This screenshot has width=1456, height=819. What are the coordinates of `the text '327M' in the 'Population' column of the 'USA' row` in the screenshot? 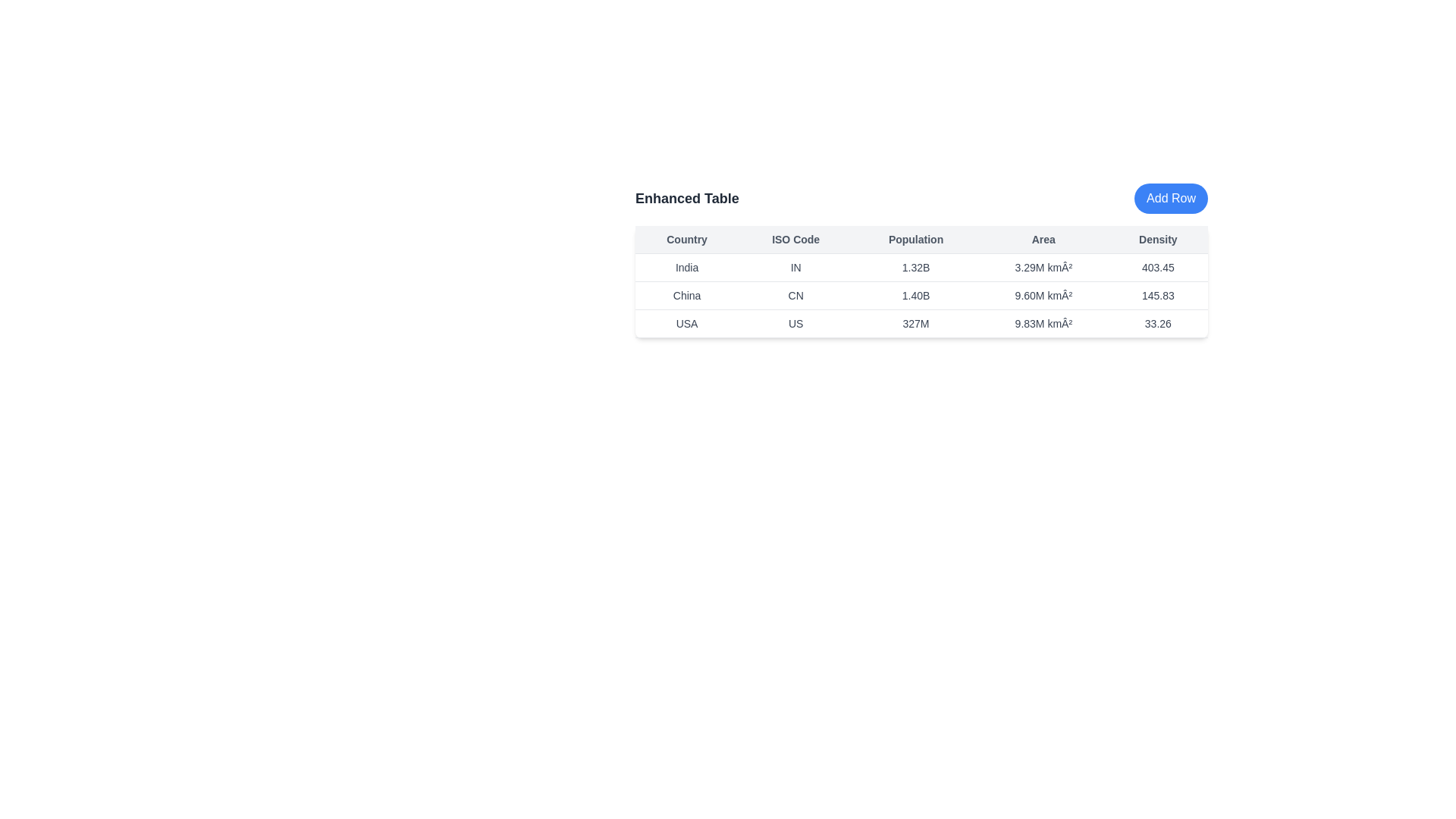 It's located at (915, 323).